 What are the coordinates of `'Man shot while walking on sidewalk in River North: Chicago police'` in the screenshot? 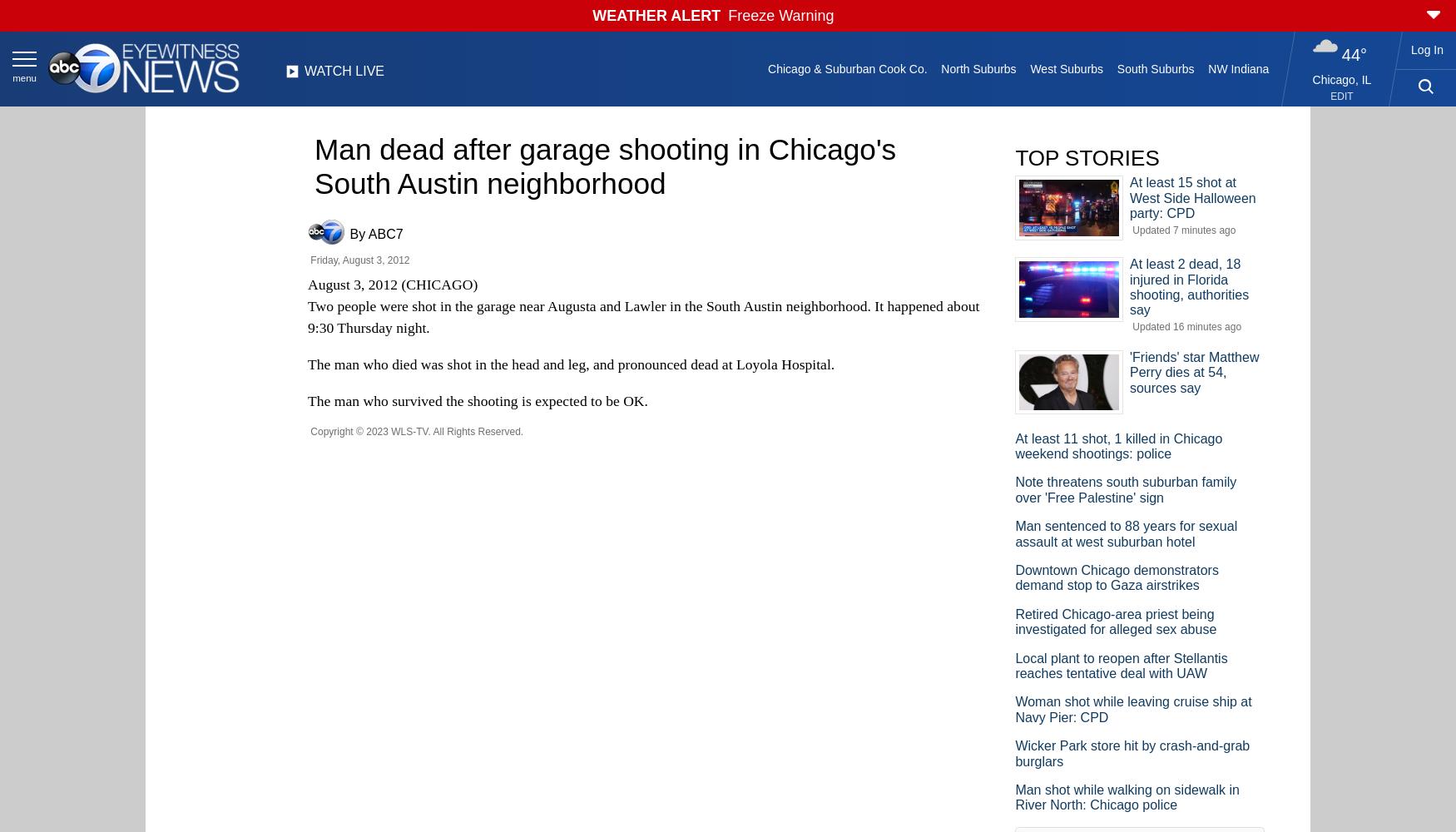 It's located at (1014, 796).